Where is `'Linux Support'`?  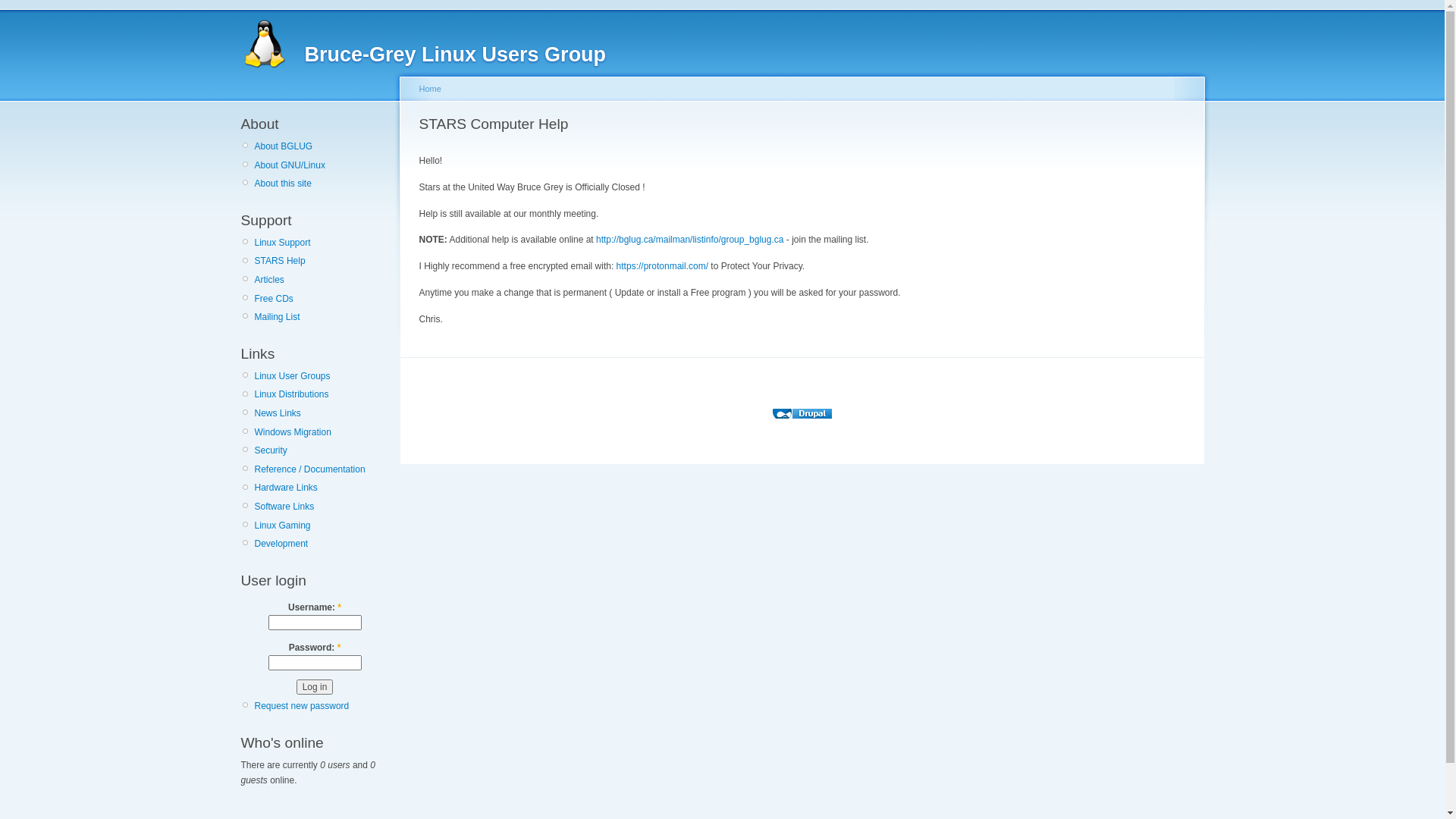 'Linux Support' is located at coordinates (321, 242).